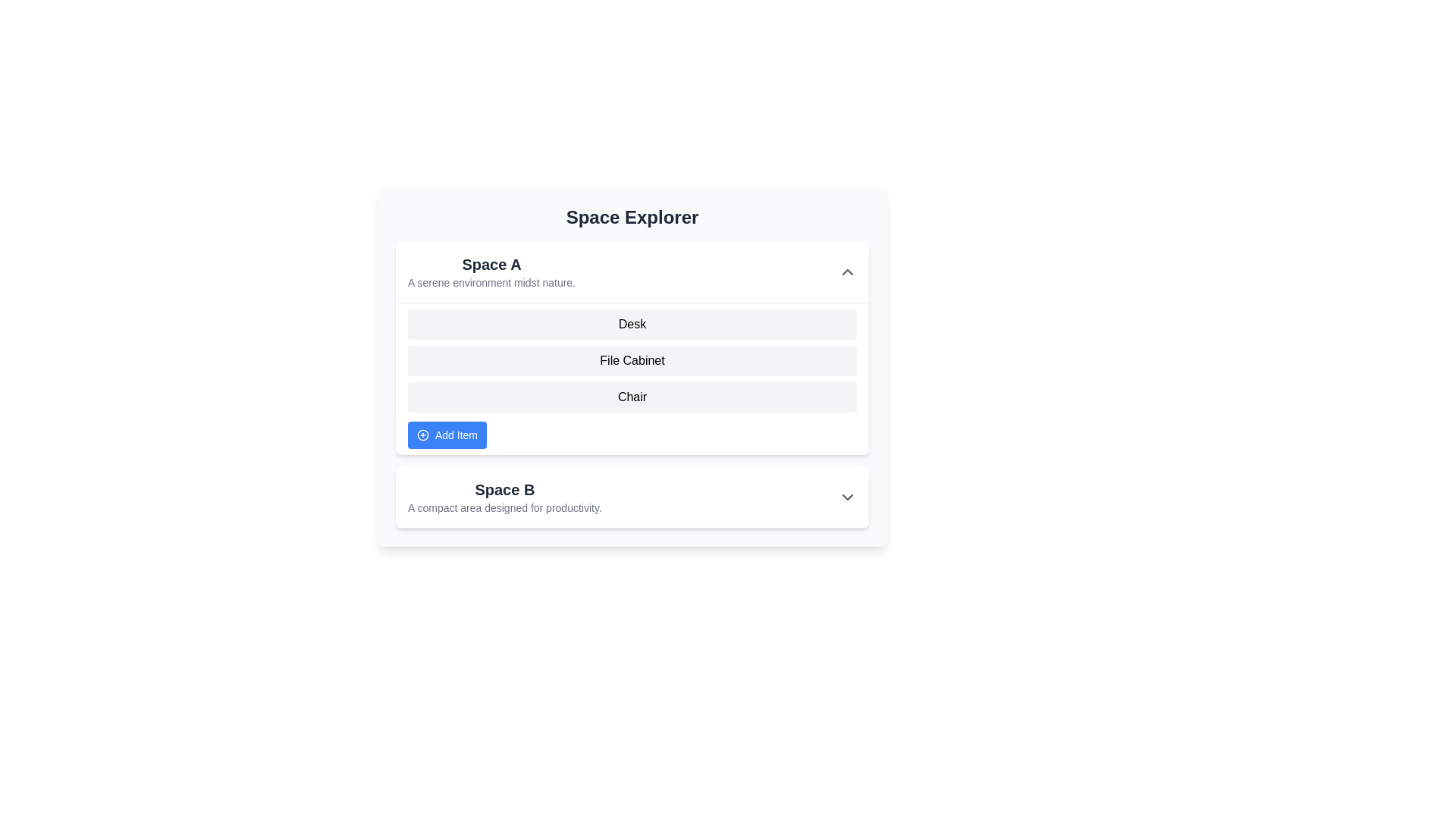 The image size is (1456, 819). What do you see at coordinates (632, 324) in the screenshot?
I see `the first selectable item in the vertical list representing the 'Desk' category` at bounding box center [632, 324].